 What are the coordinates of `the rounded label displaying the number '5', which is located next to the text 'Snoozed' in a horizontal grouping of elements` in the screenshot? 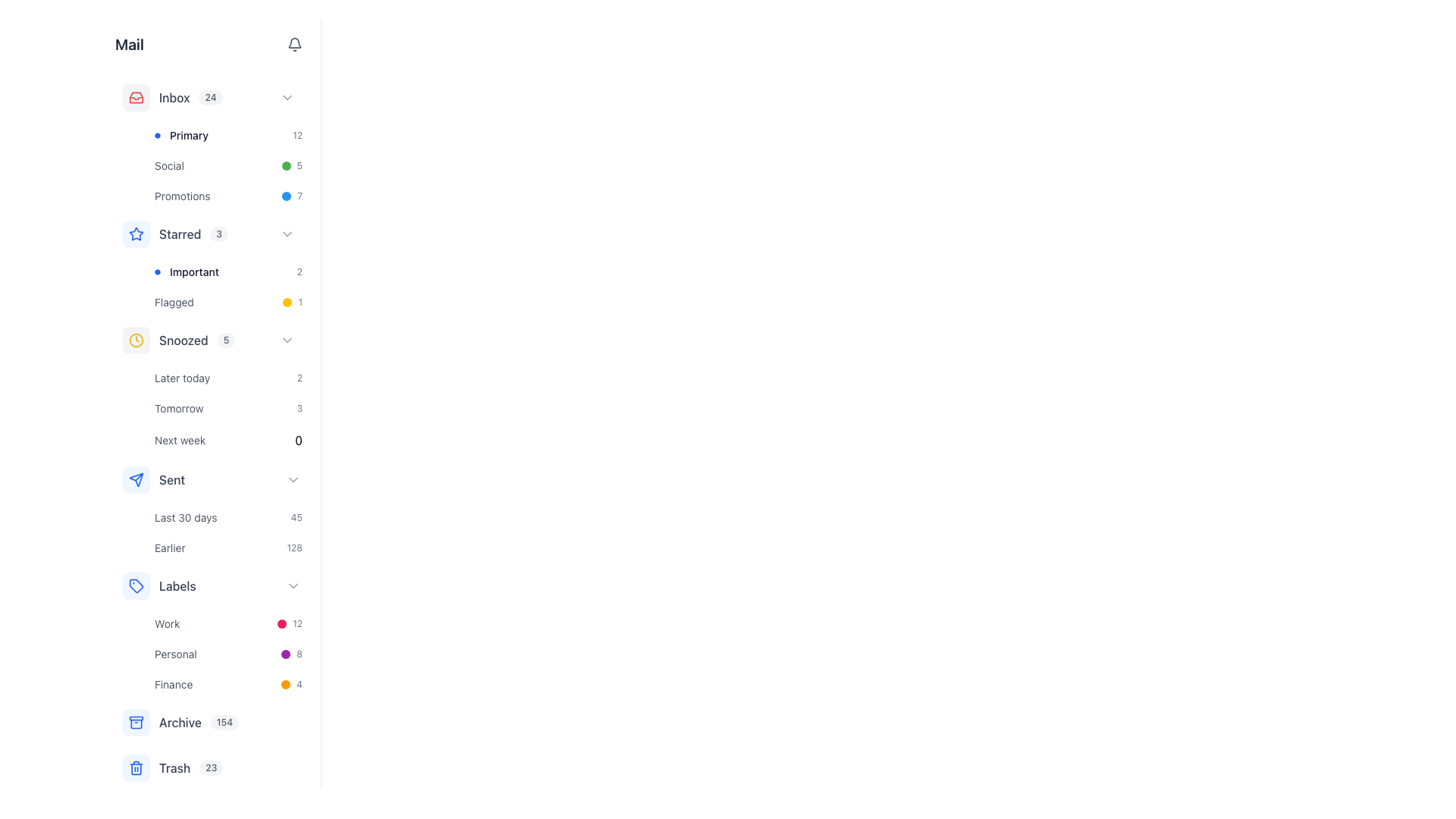 It's located at (225, 339).